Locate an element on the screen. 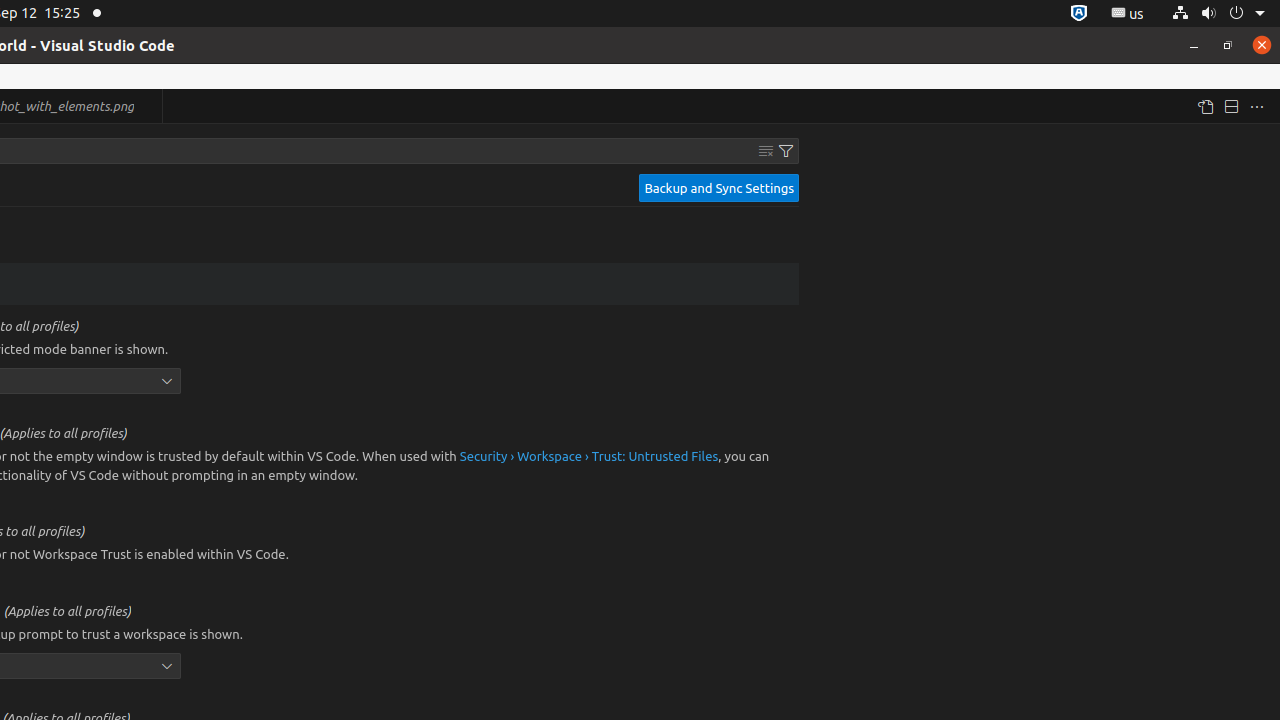 The height and width of the screenshot is (720, 1280). 'Split Editor Right (Ctrl+\) [Alt] Split Editor Down' is located at coordinates (1229, 106).